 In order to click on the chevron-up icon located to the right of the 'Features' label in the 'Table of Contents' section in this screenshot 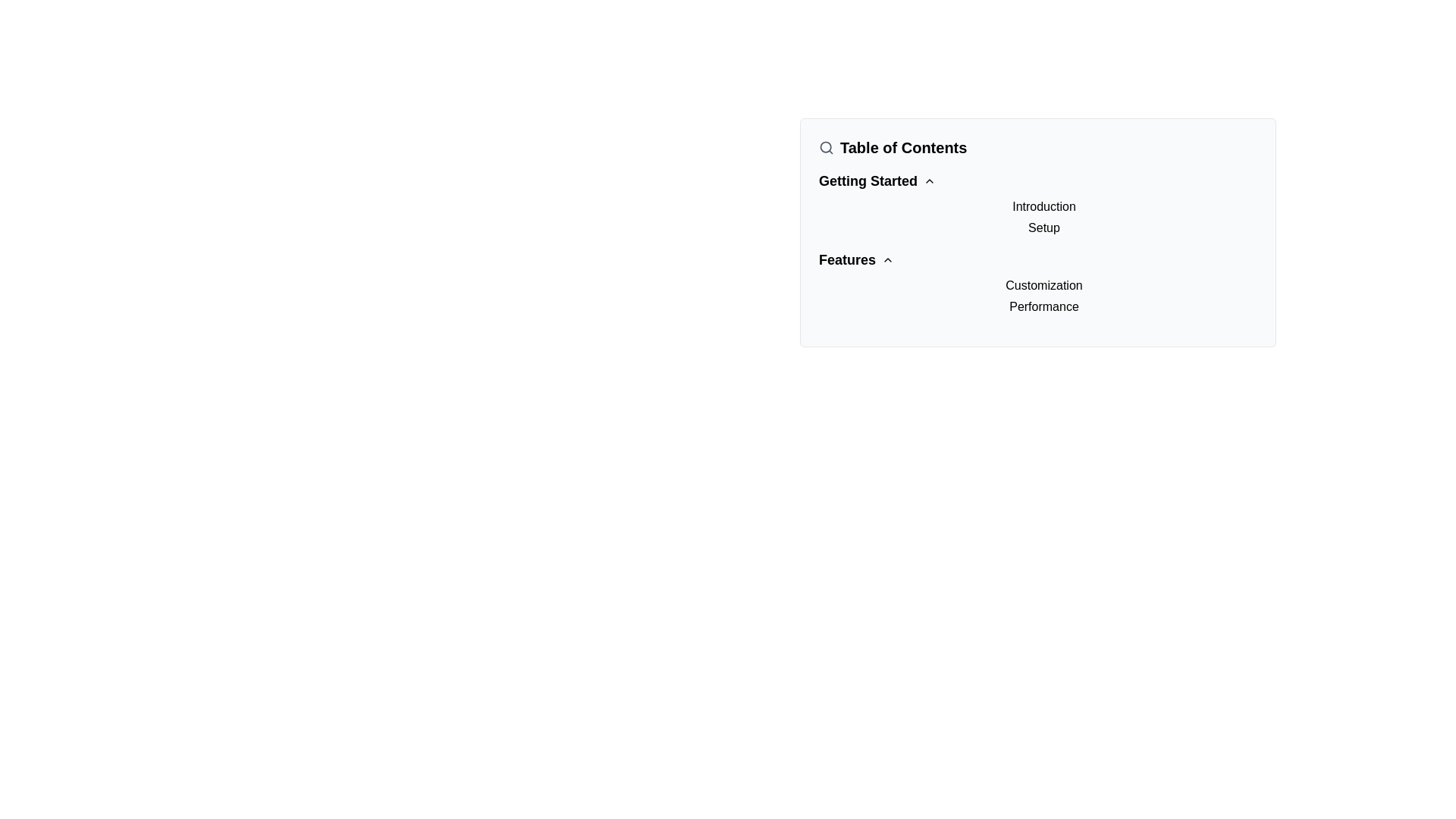, I will do `click(888, 259)`.